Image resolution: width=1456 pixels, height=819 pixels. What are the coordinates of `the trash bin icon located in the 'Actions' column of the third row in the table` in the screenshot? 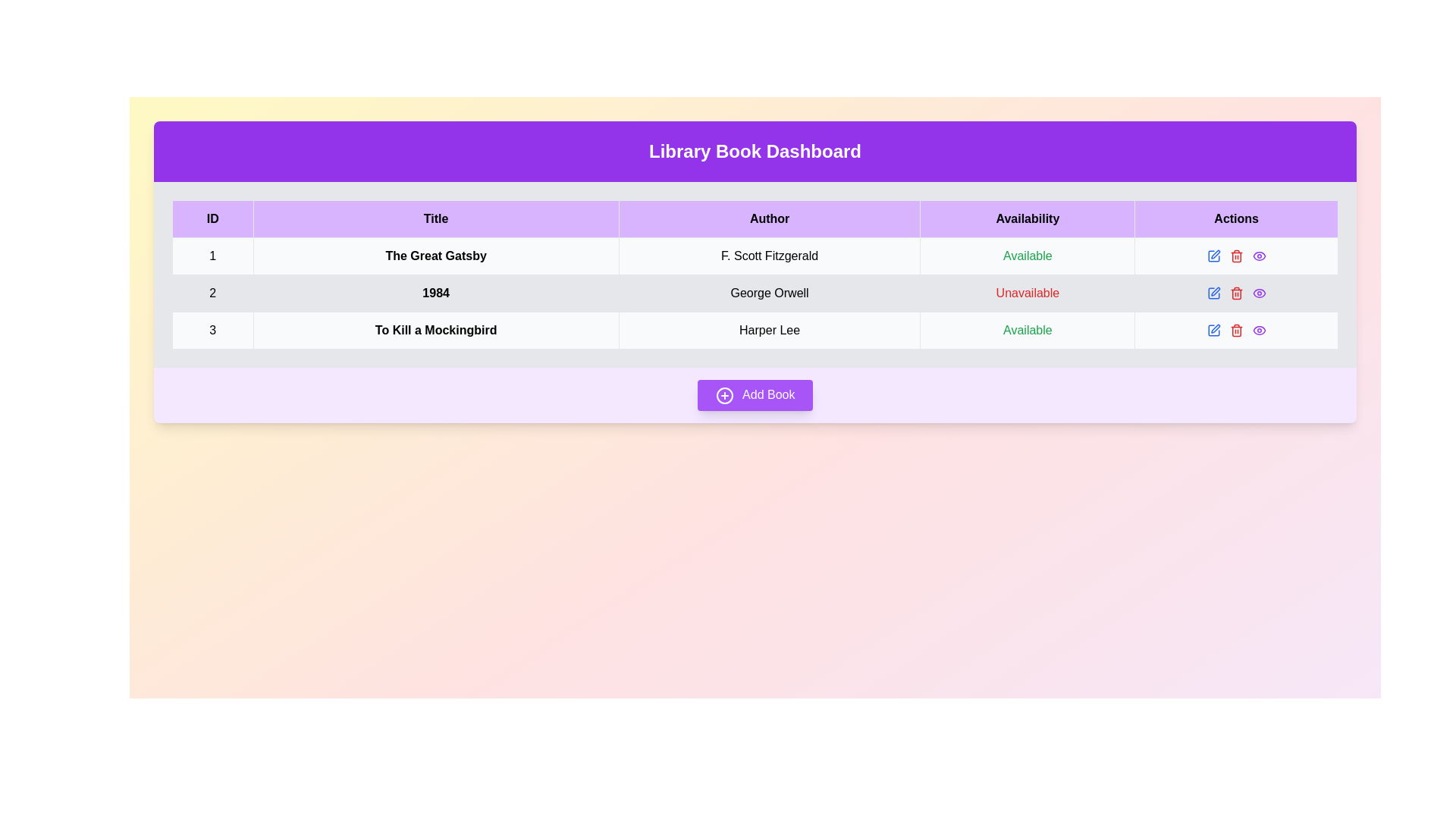 It's located at (1236, 294).